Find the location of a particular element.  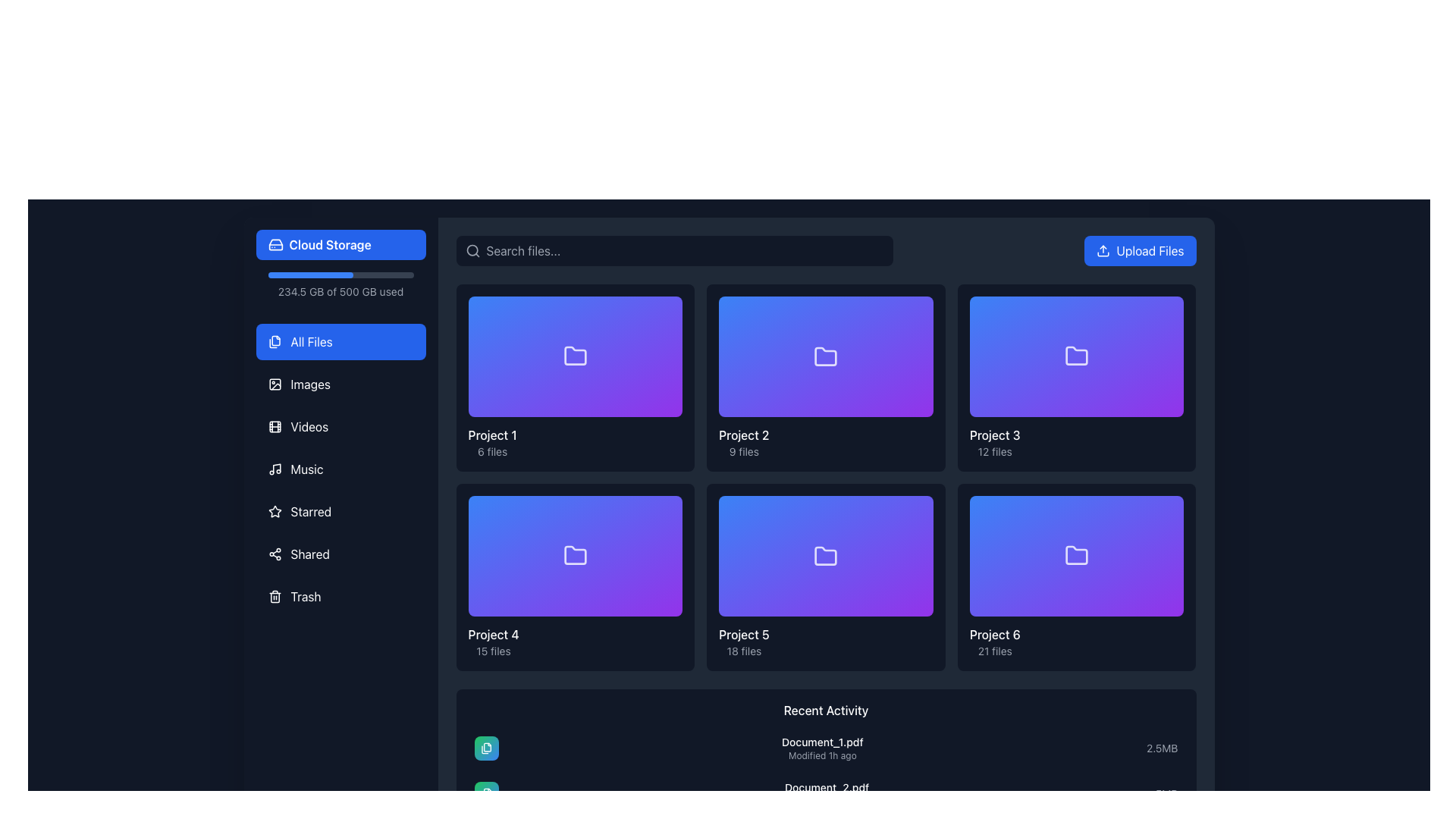

the sharing icon that visually enhances the 'Shared' label in the sidebar menu, located between 'Starred' and 'Trash' is located at coordinates (275, 554).